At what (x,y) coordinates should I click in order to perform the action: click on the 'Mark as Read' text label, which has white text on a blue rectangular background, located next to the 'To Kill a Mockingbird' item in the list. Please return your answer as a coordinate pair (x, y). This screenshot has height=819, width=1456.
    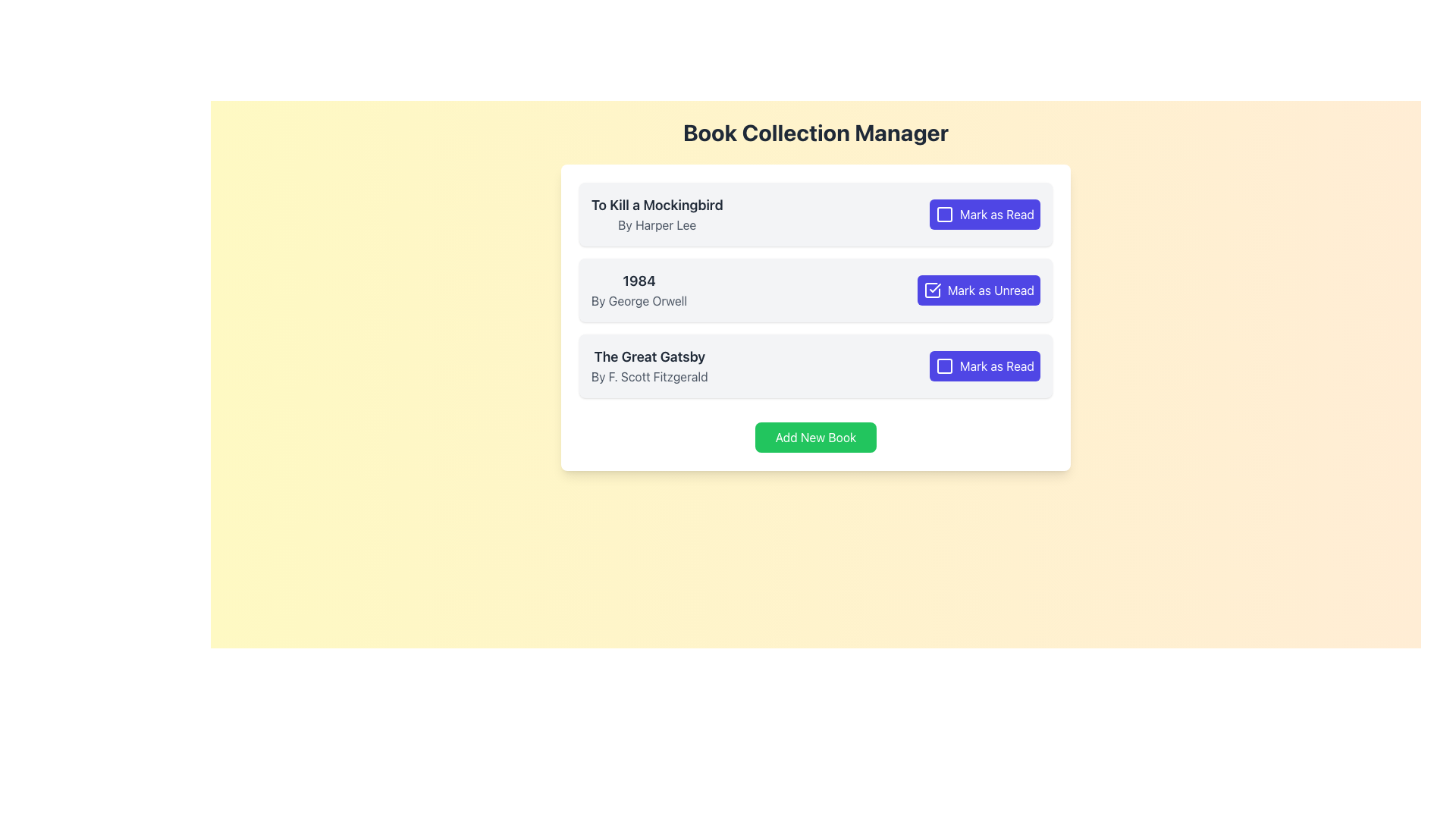
    Looking at the image, I should click on (997, 214).